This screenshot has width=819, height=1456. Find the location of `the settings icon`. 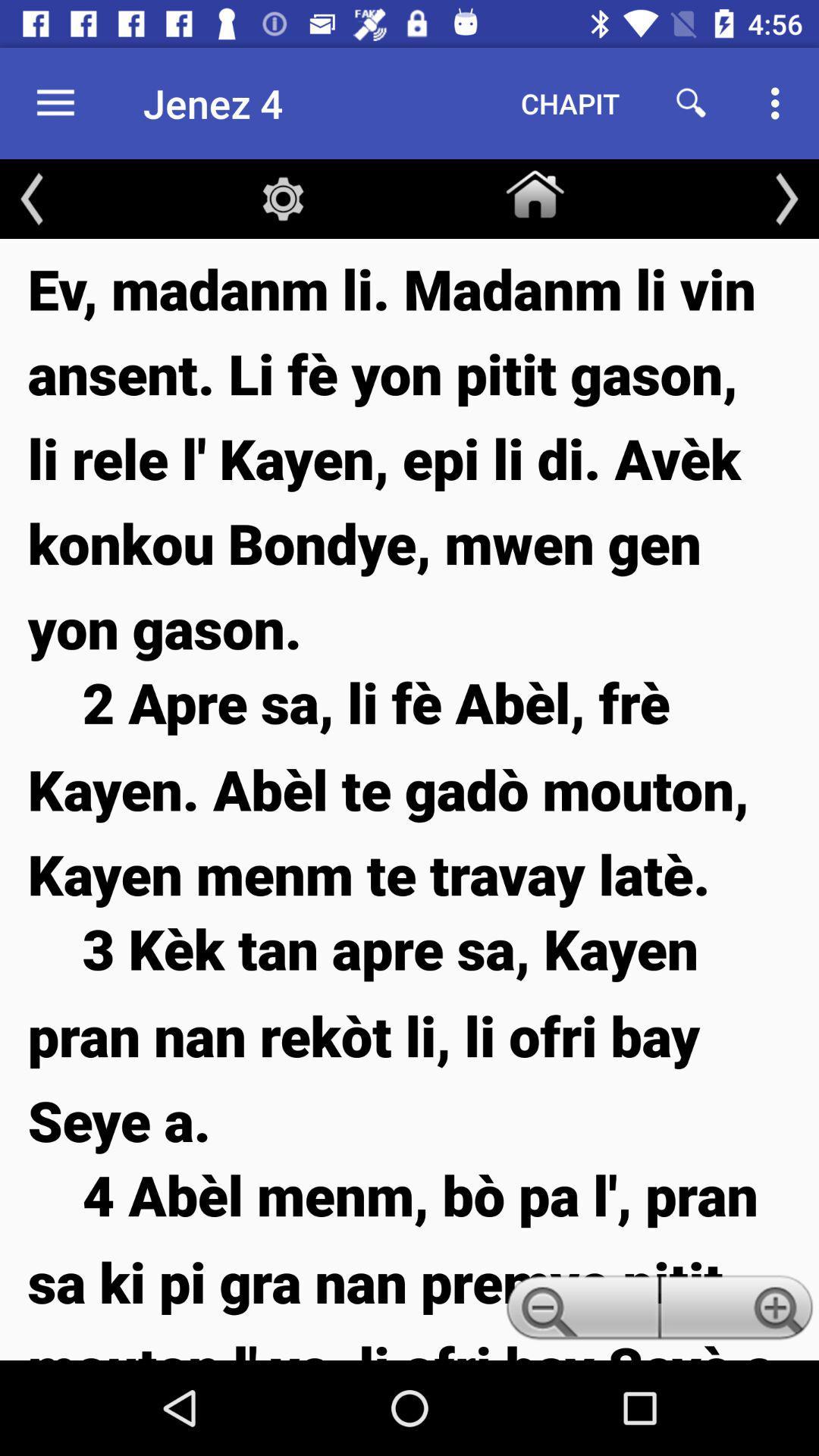

the settings icon is located at coordinates (283, 198).